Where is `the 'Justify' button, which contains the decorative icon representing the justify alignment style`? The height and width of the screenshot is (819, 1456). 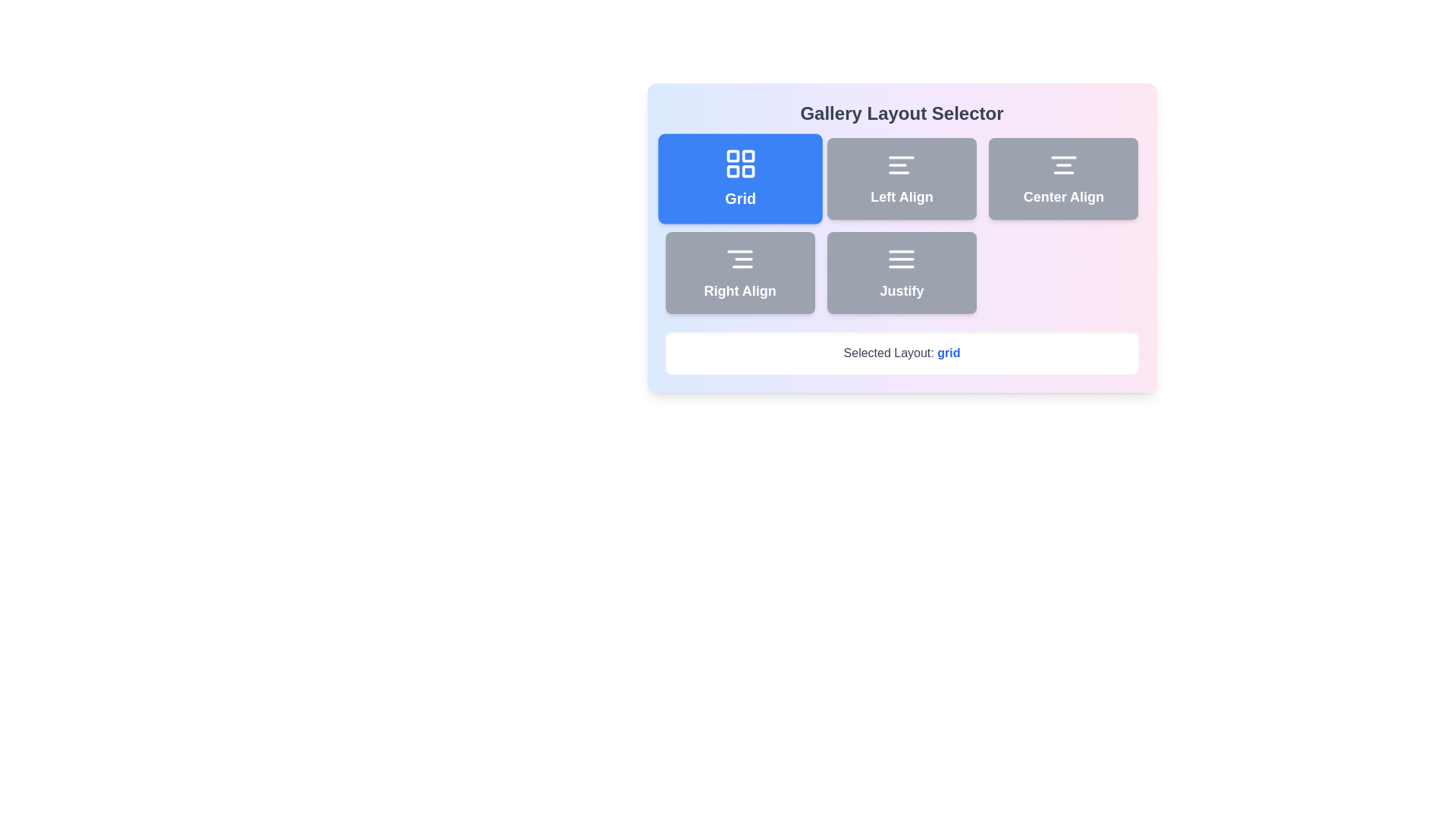 the 'Justify' button, which contains the decorative icon representing the justify alignment style is located at coordinates (902, 259).